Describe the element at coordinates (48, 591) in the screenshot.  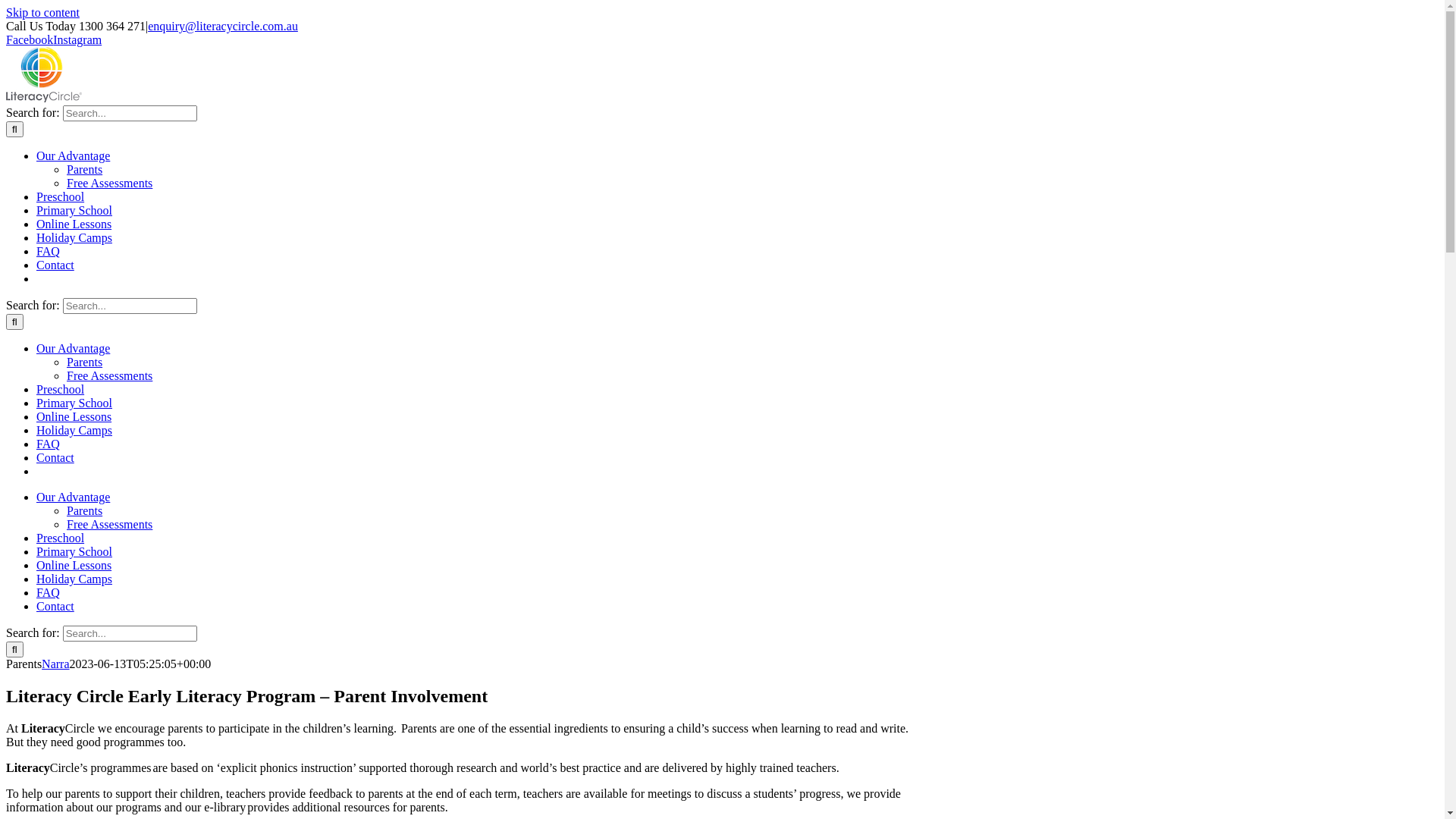
I see `'FAQ'` at that location.